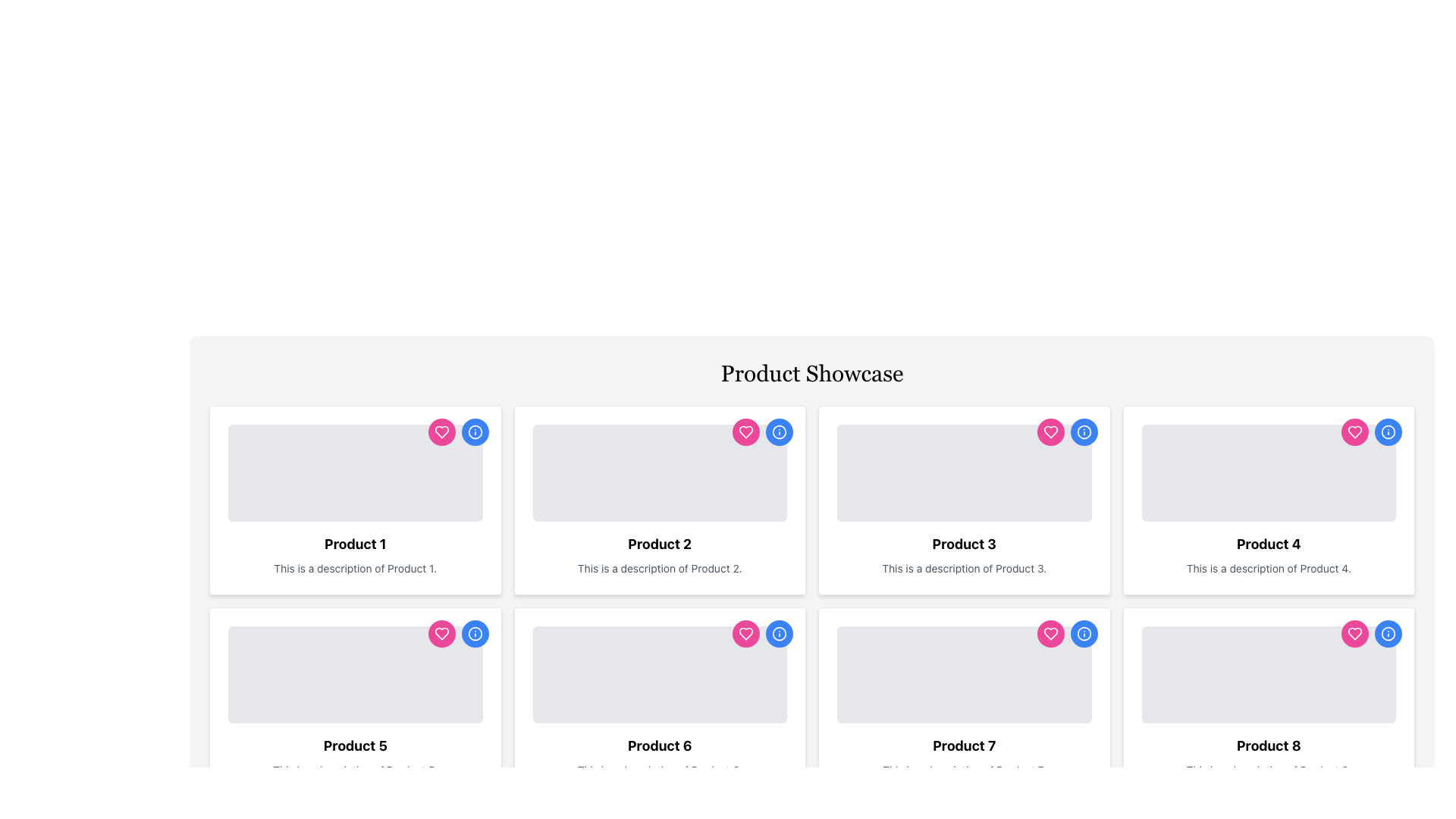 Image resolution: width=1456 pixels, height=819 pixels. Describe the element at coordinates (963, 472) in the screenshot. I see `the Image placeholder with a gray background and rounded corners located at the upper center of the 'Product 3' card` at that location.